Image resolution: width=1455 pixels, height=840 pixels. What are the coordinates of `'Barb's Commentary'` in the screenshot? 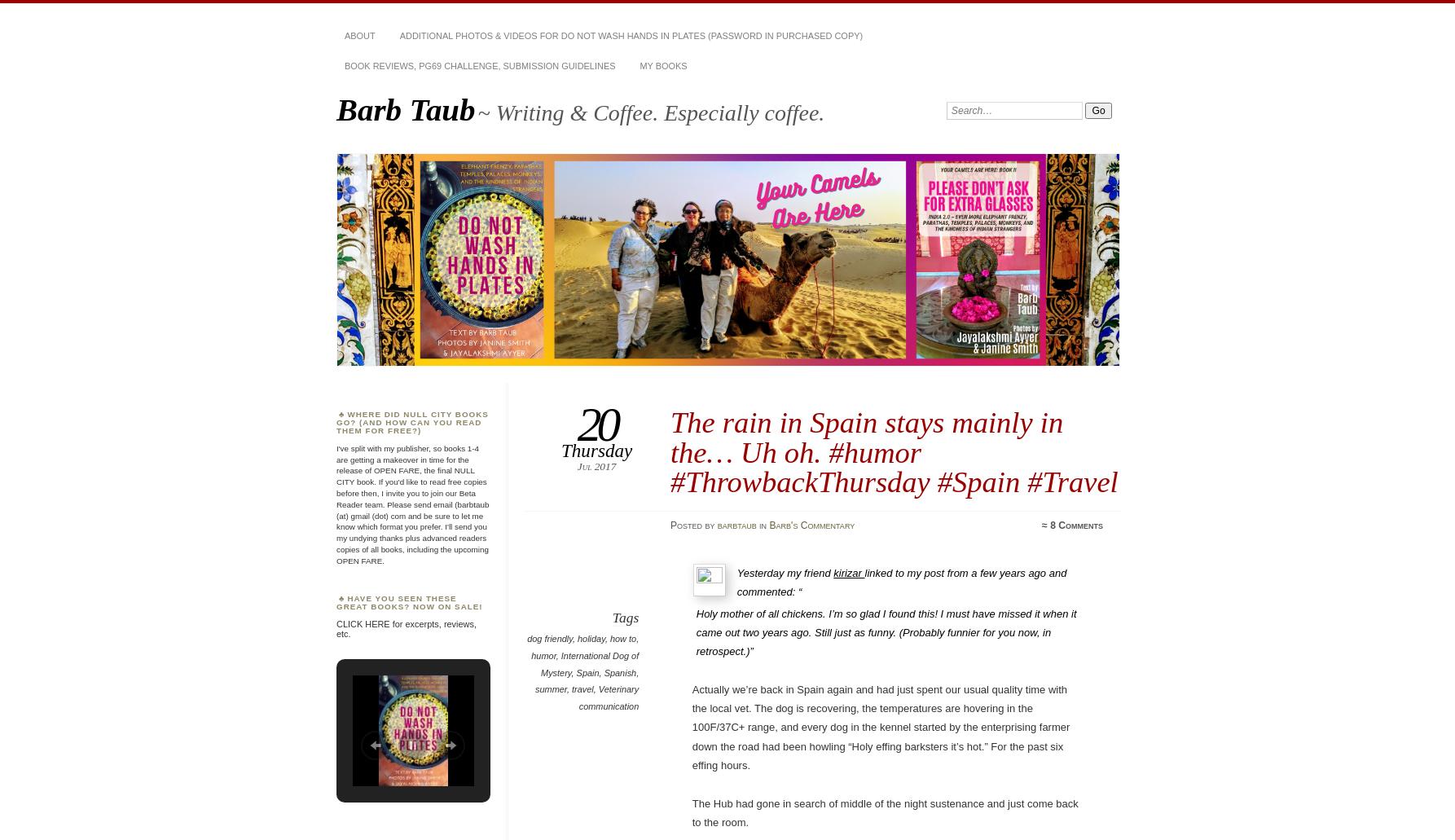 It's located at (811, 524).